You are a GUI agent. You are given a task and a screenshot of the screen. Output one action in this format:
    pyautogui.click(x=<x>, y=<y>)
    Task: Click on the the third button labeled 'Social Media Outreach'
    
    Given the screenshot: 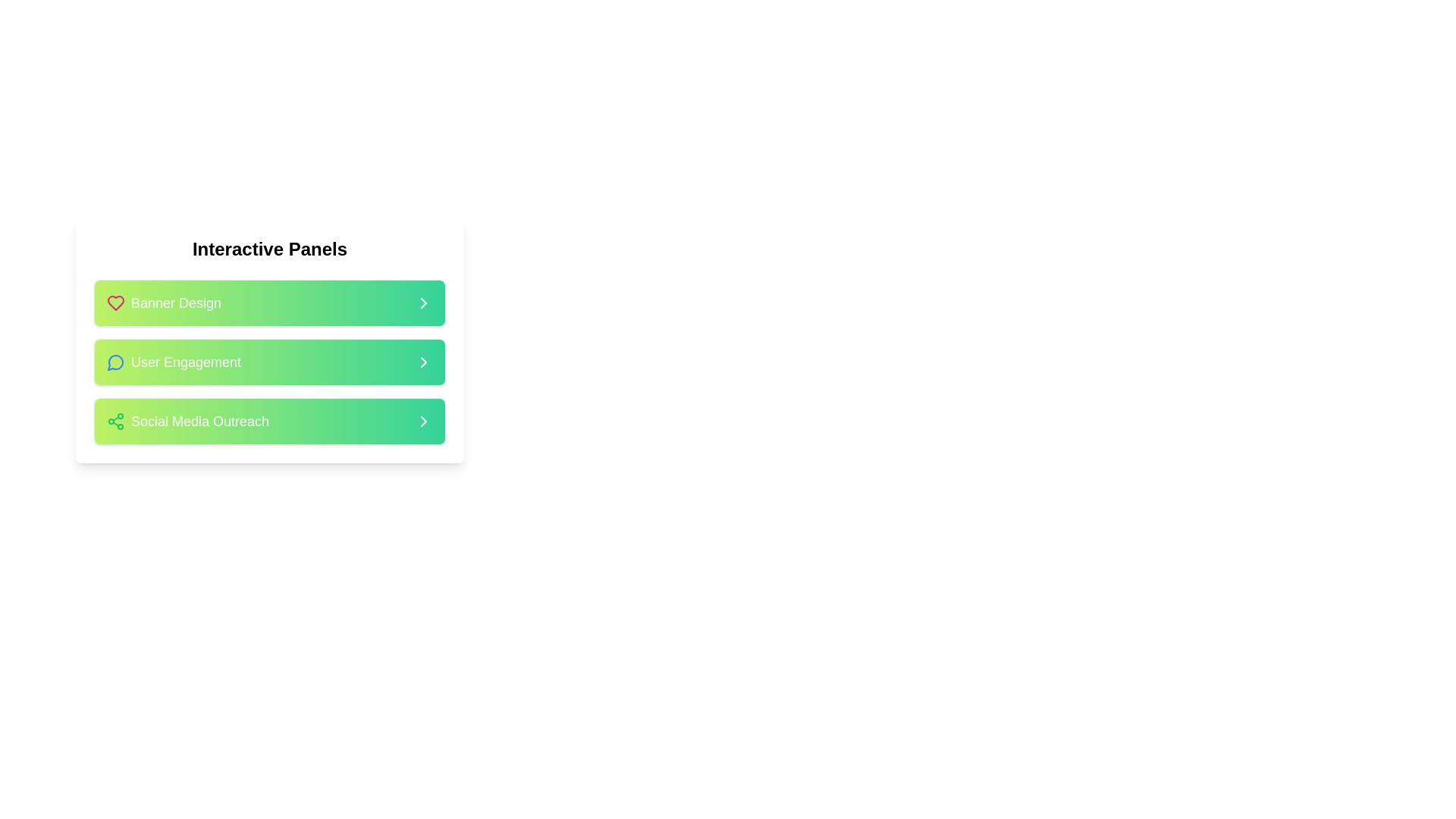 What is the action you would take?
    pyautogui.click(x=187, y=421)
    